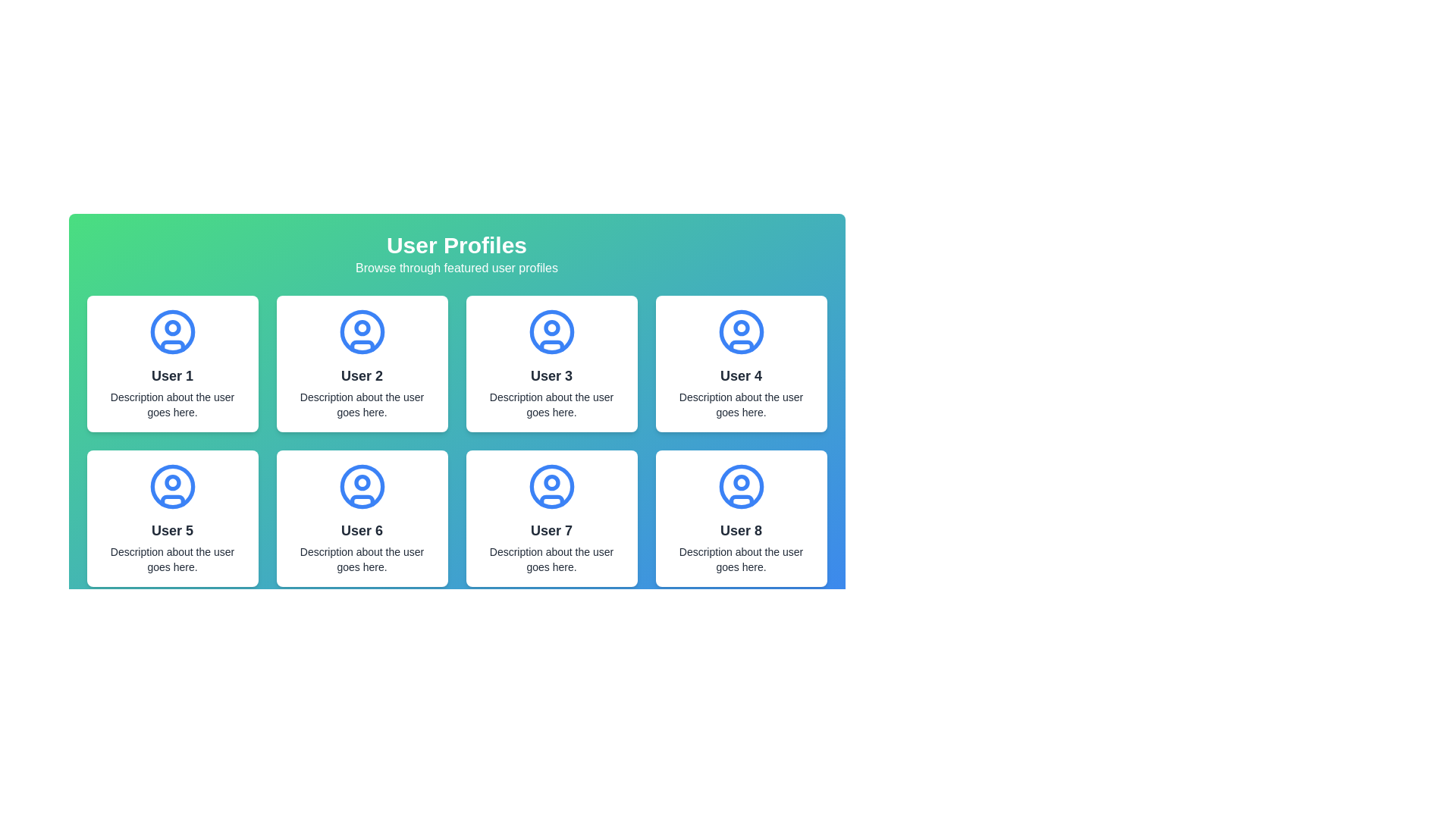 Image resolution: width=1456 pixels, height=819 pixels. What do you see at coordinates (551, 559) in the screenshot?
I see `the text label displaying additional context for 'User 7' in the user profile card, located in the lower section below the username` at bounding box center [551, 559].